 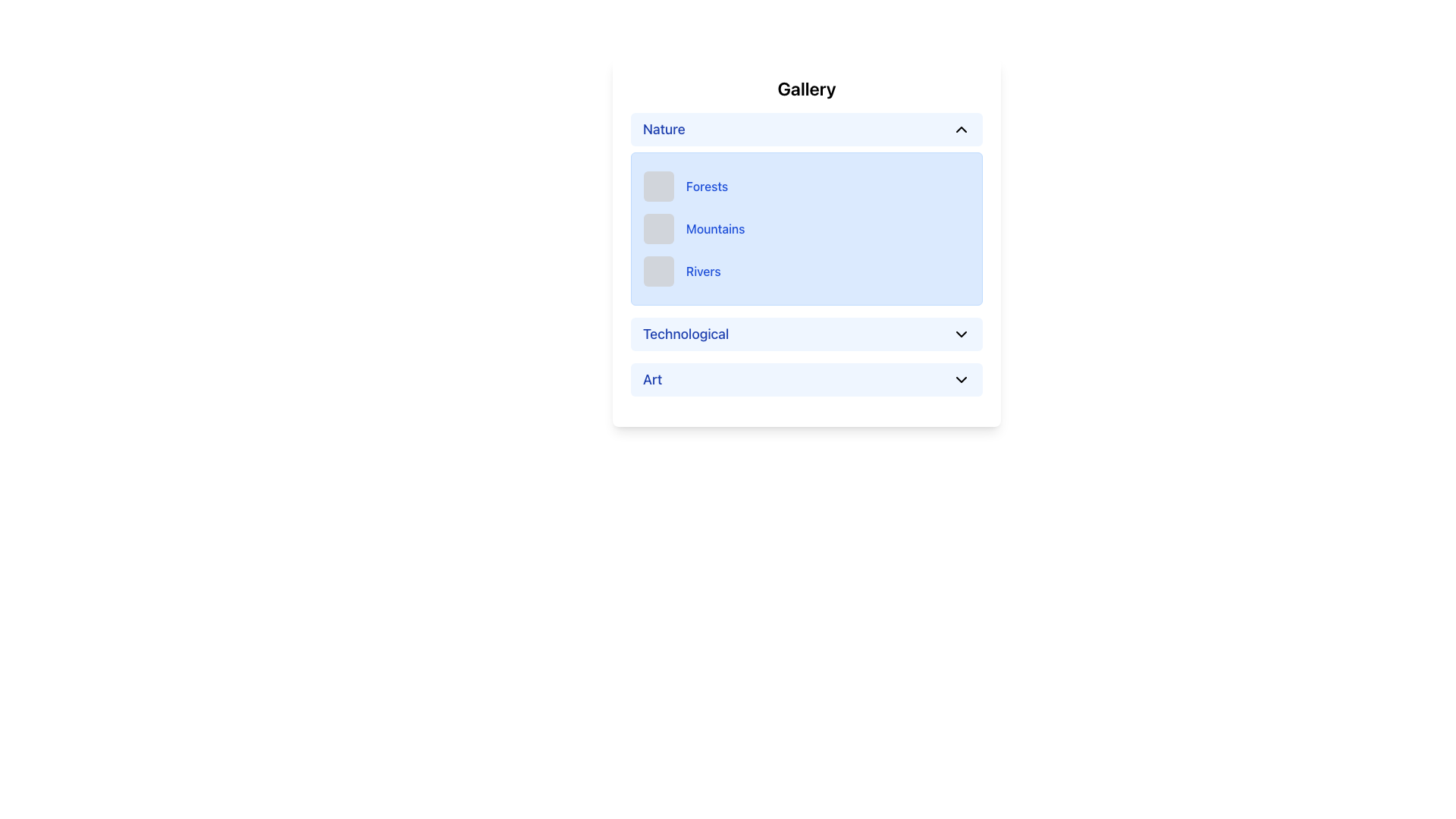 I want to click on the 'Technological' dropdown menu located in the 'Gallery' section, positioned below 'Nature' and 'Art' categories, so click(x=806, y=333).